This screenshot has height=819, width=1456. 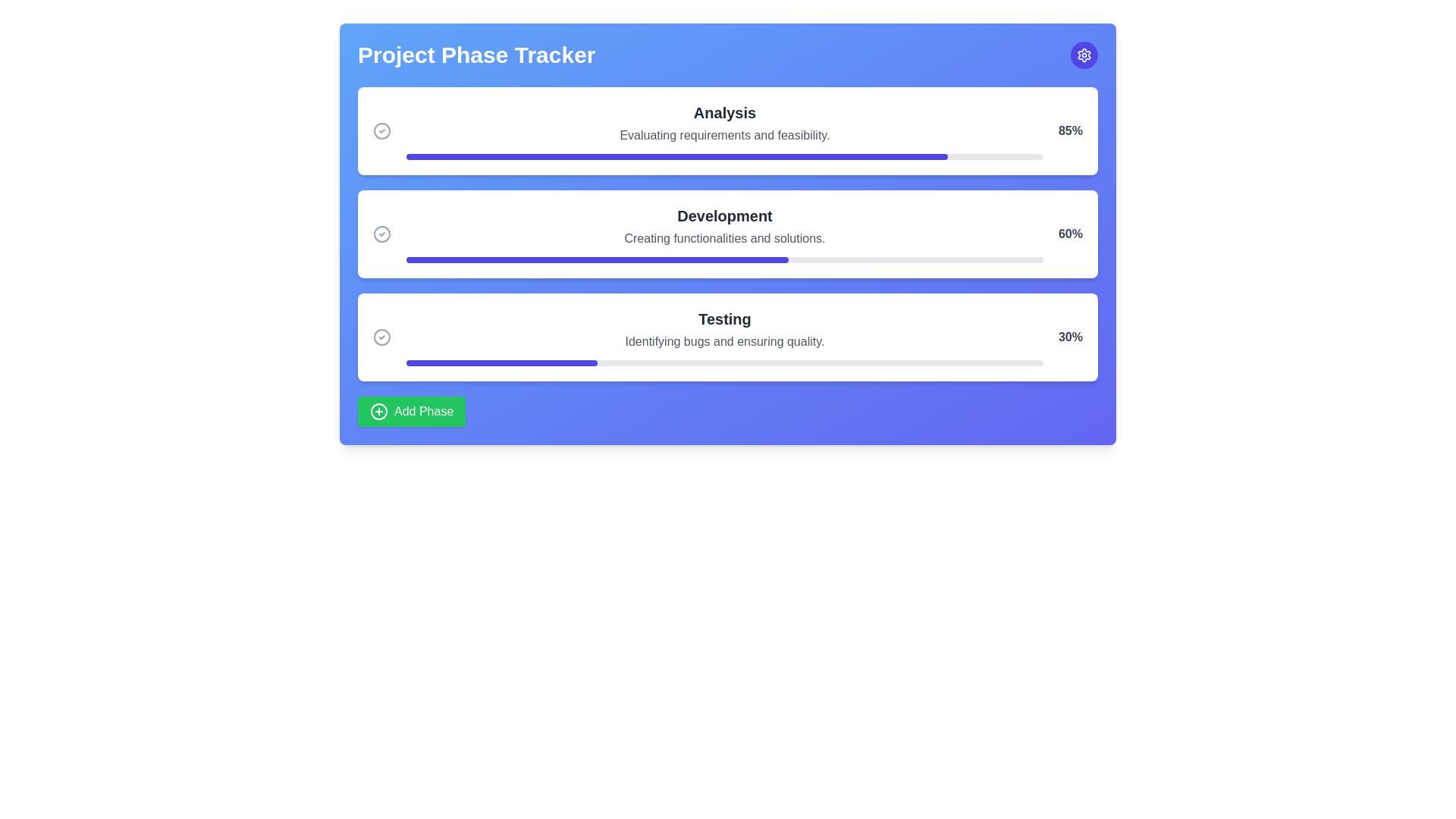 What do you see at coordinates (382, 130) in the screenshot?
I see `the Circle Check icon located to the left of the 'Analysis' section header to observe cascading effects on related elements` at bounding box center [382, 130].